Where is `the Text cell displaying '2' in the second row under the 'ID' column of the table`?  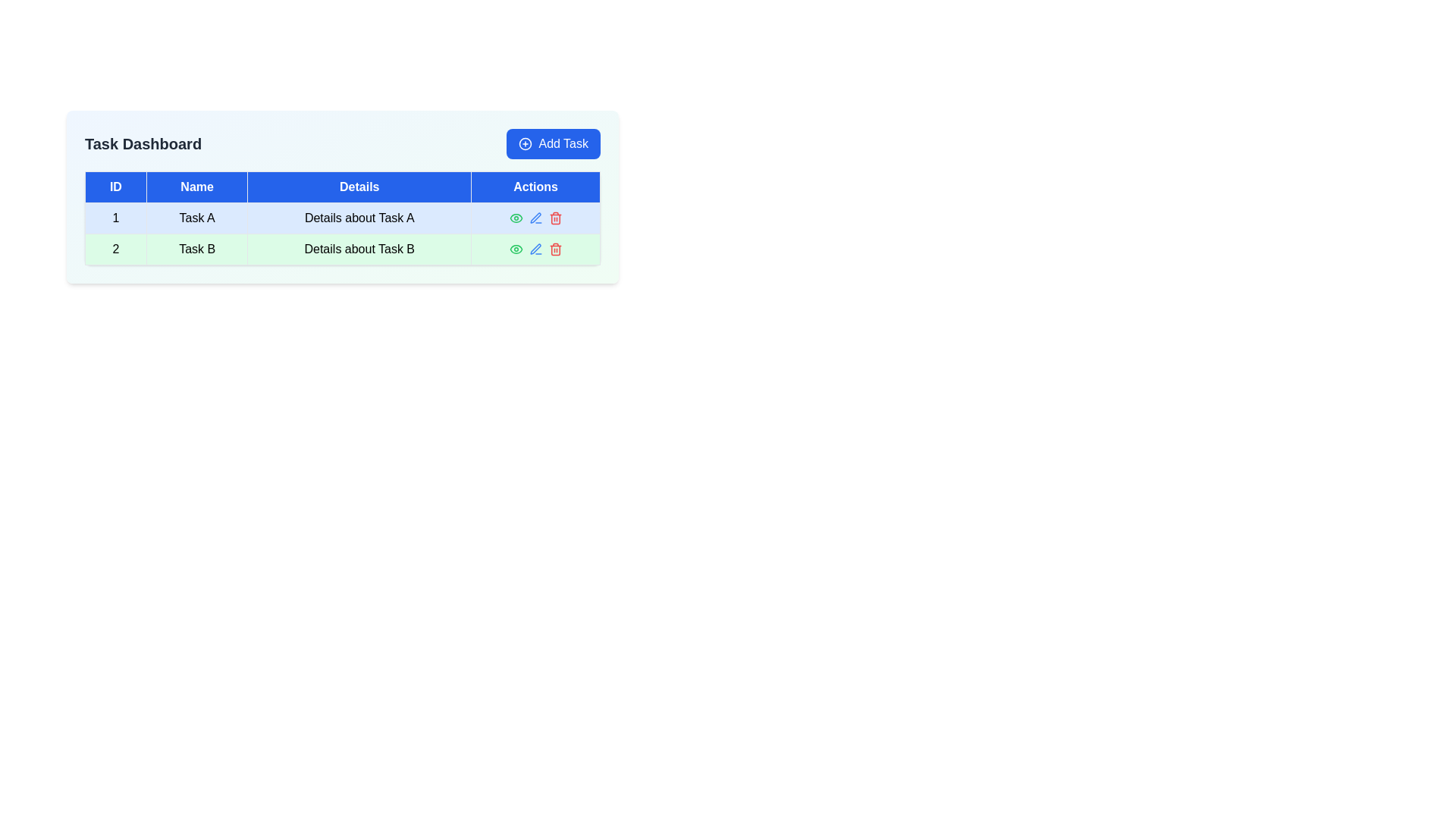
the Text cell displaying '2' in the second row under the 'ID' column of the table is located at coordinates (115, 248).